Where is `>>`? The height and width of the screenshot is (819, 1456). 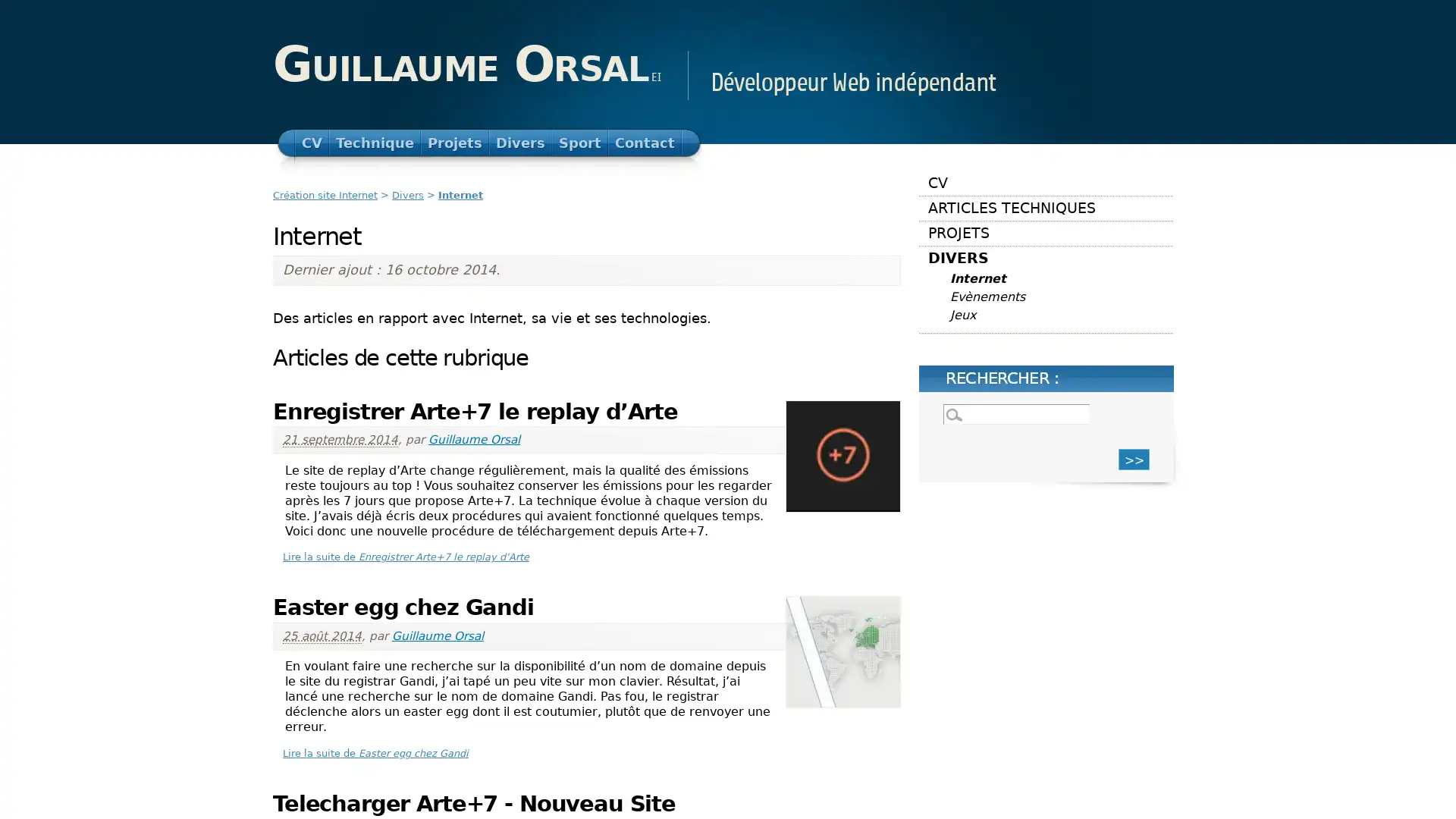
>> is located at coordinates (1134, 458).